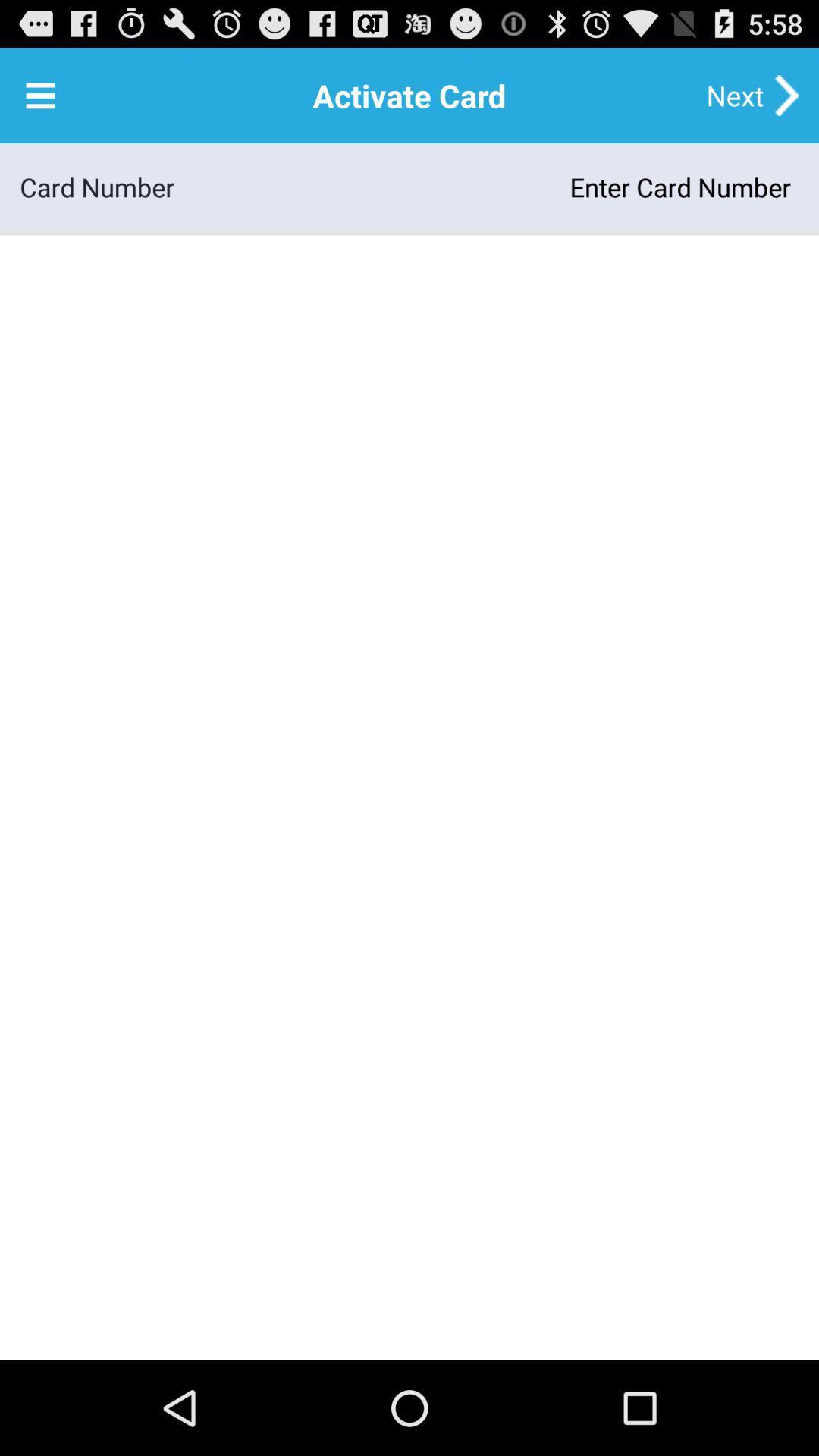  Describe the element at coordinates (734, 94) in the screenshot. I see `button at the top right corner` at that location.